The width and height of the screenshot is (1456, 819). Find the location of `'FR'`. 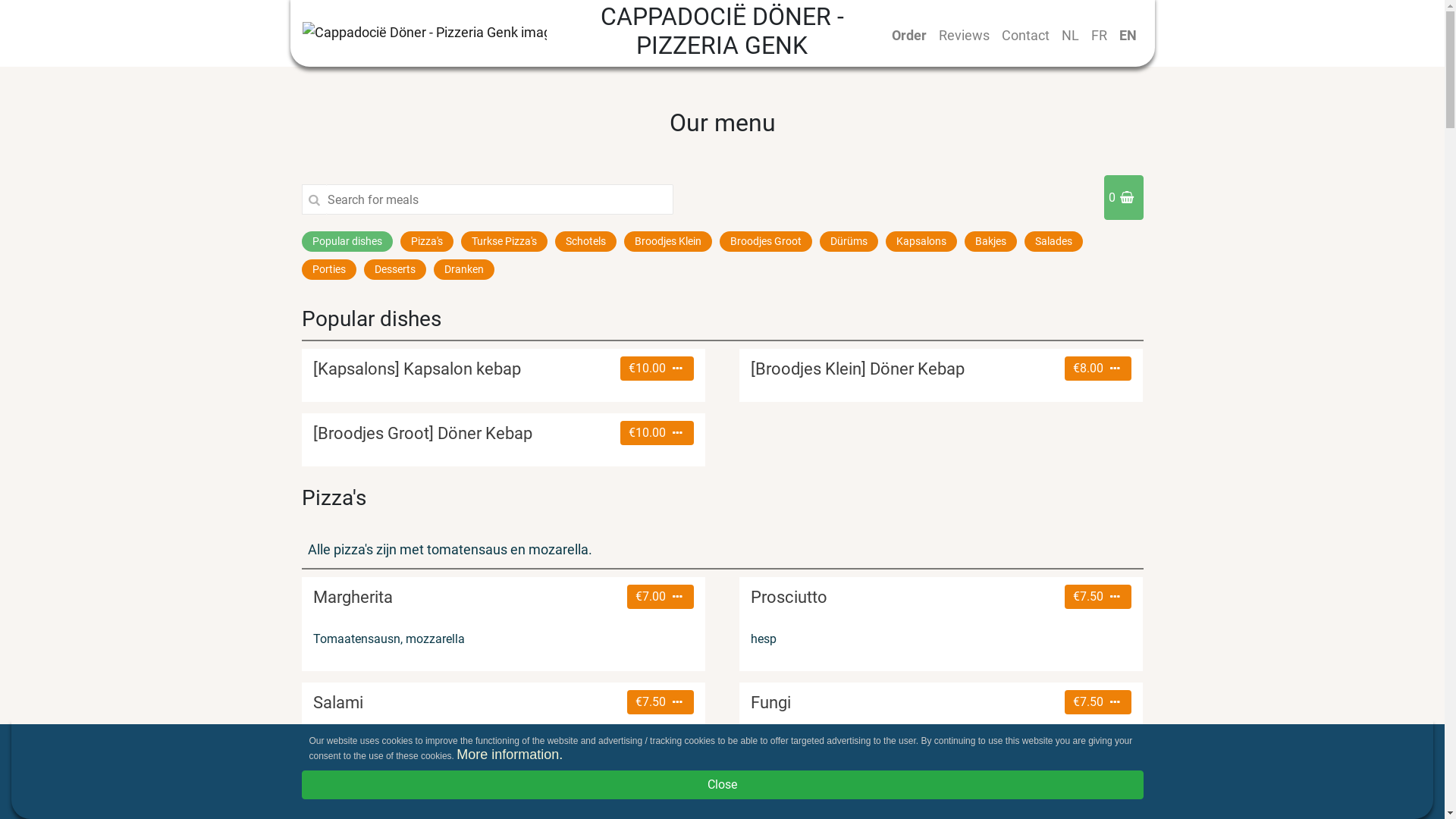

'FR' is located at coordinates (1098, 34).